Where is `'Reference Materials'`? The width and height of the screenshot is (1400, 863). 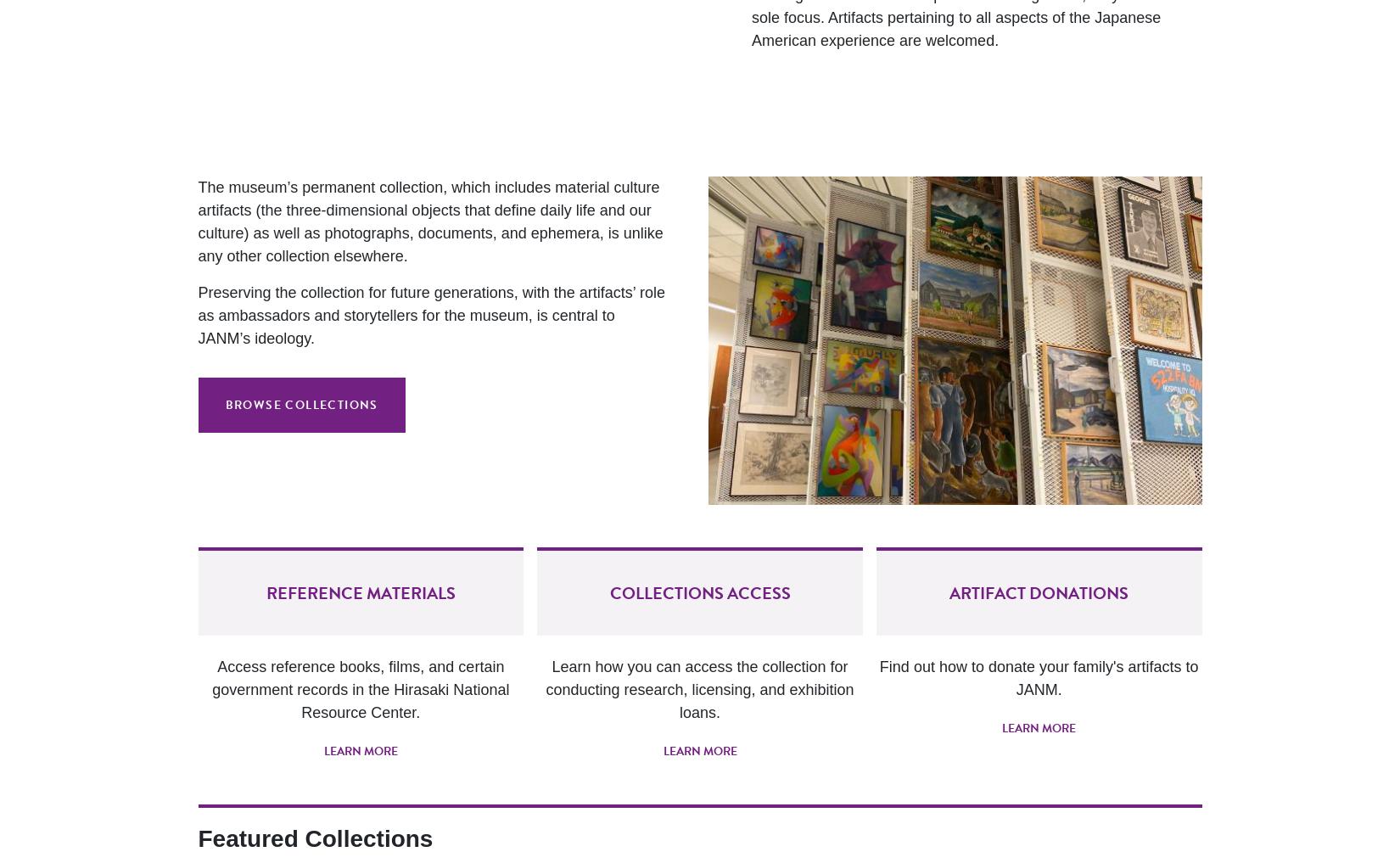 'Reference Materials' is located at coordinates (266, 591).